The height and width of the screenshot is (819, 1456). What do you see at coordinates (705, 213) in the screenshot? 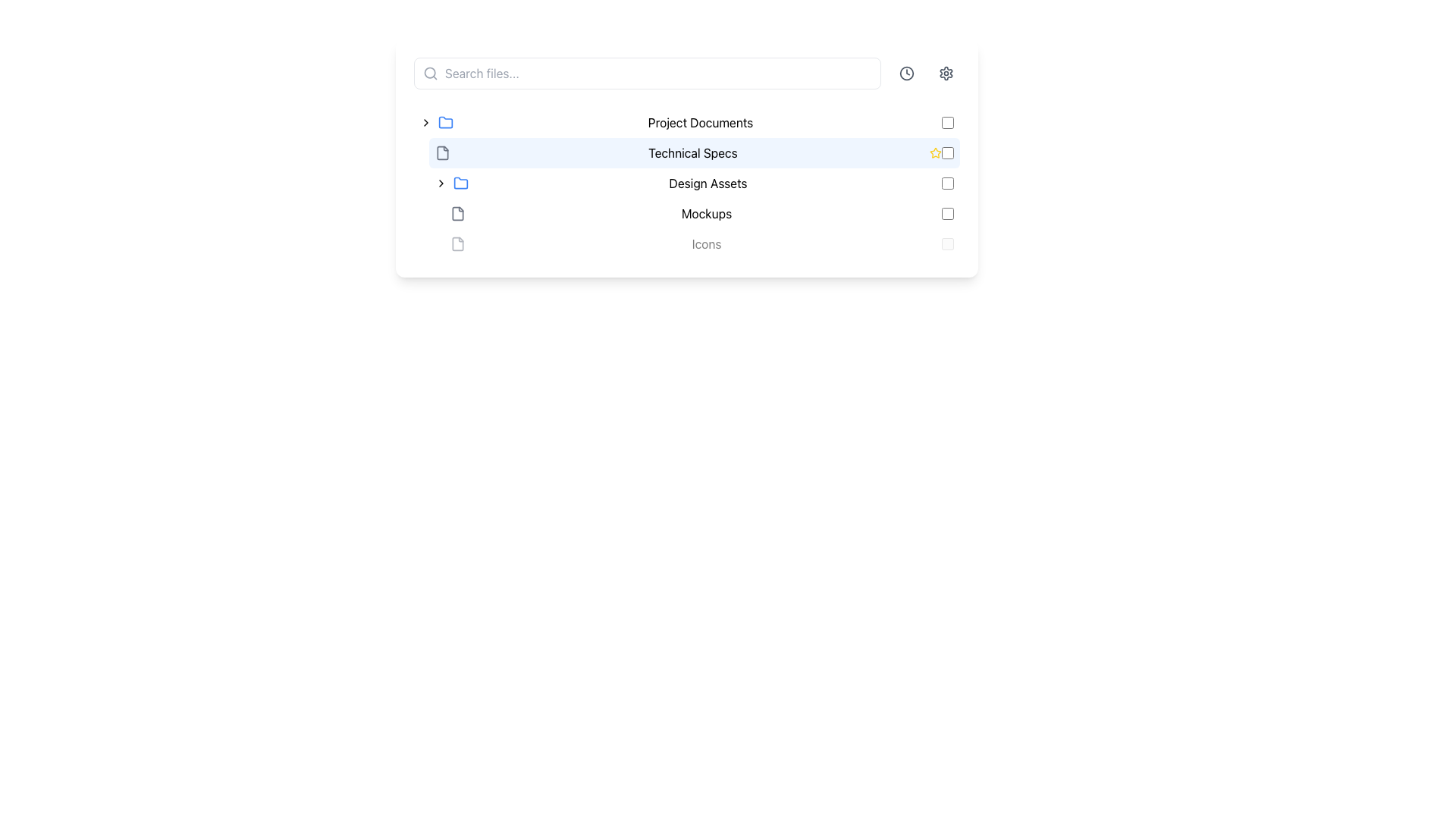
I see `on the text label displaying 'Mockups'` at bounding box center [705, 213].